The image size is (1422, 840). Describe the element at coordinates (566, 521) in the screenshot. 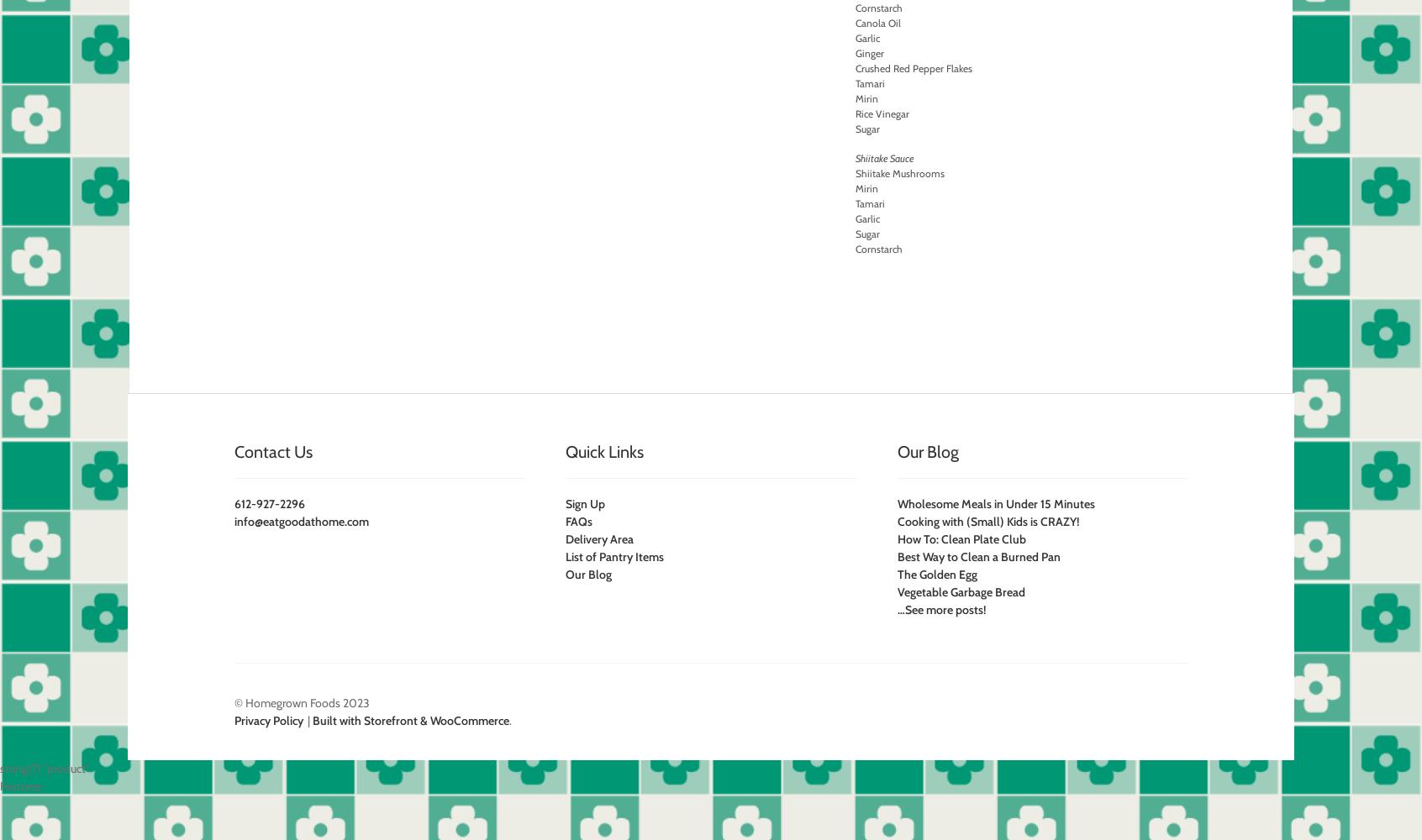

I see `'FAQs'` at that location.